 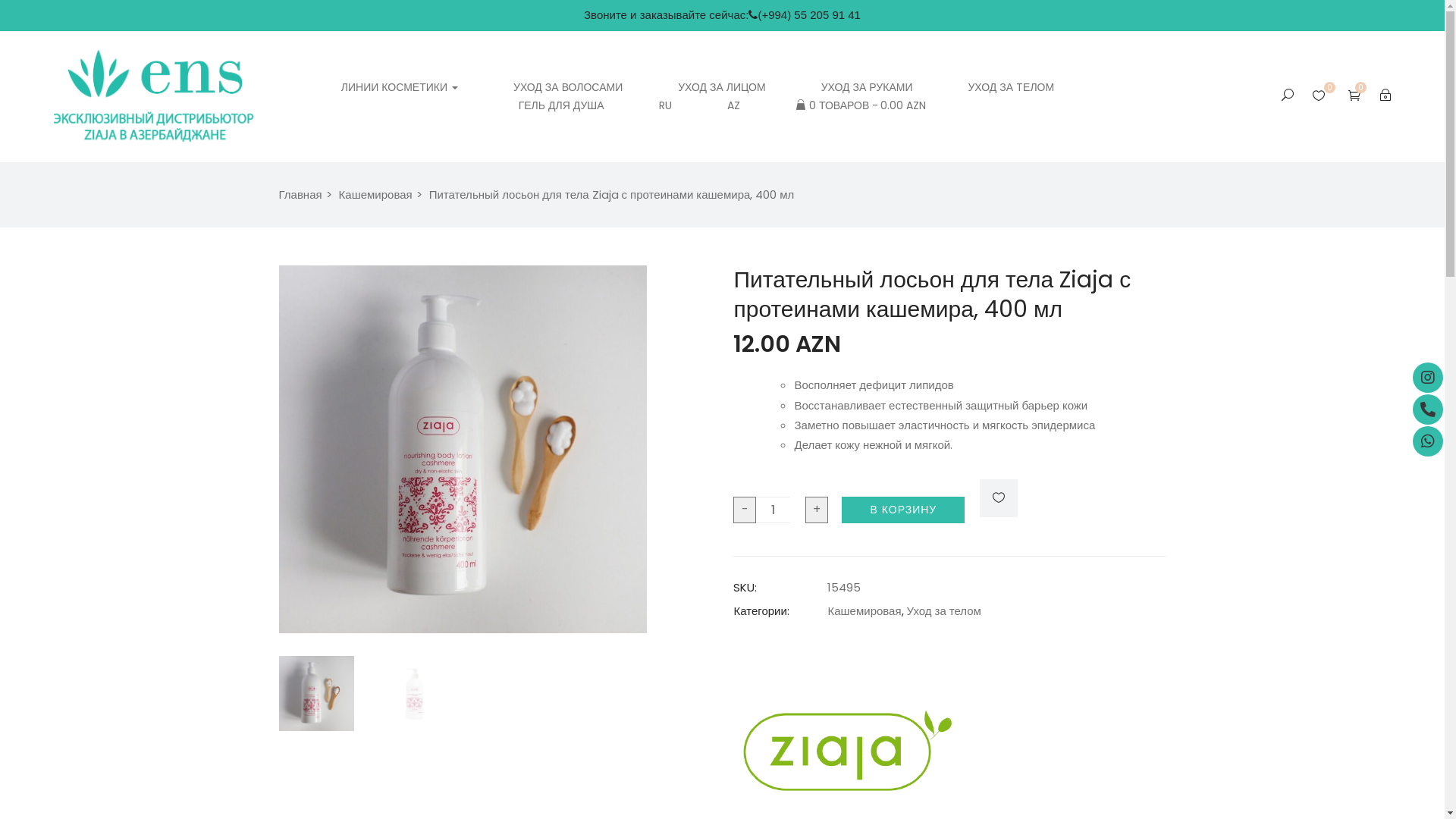 I want to click on '-', so click(x=745, y=510).